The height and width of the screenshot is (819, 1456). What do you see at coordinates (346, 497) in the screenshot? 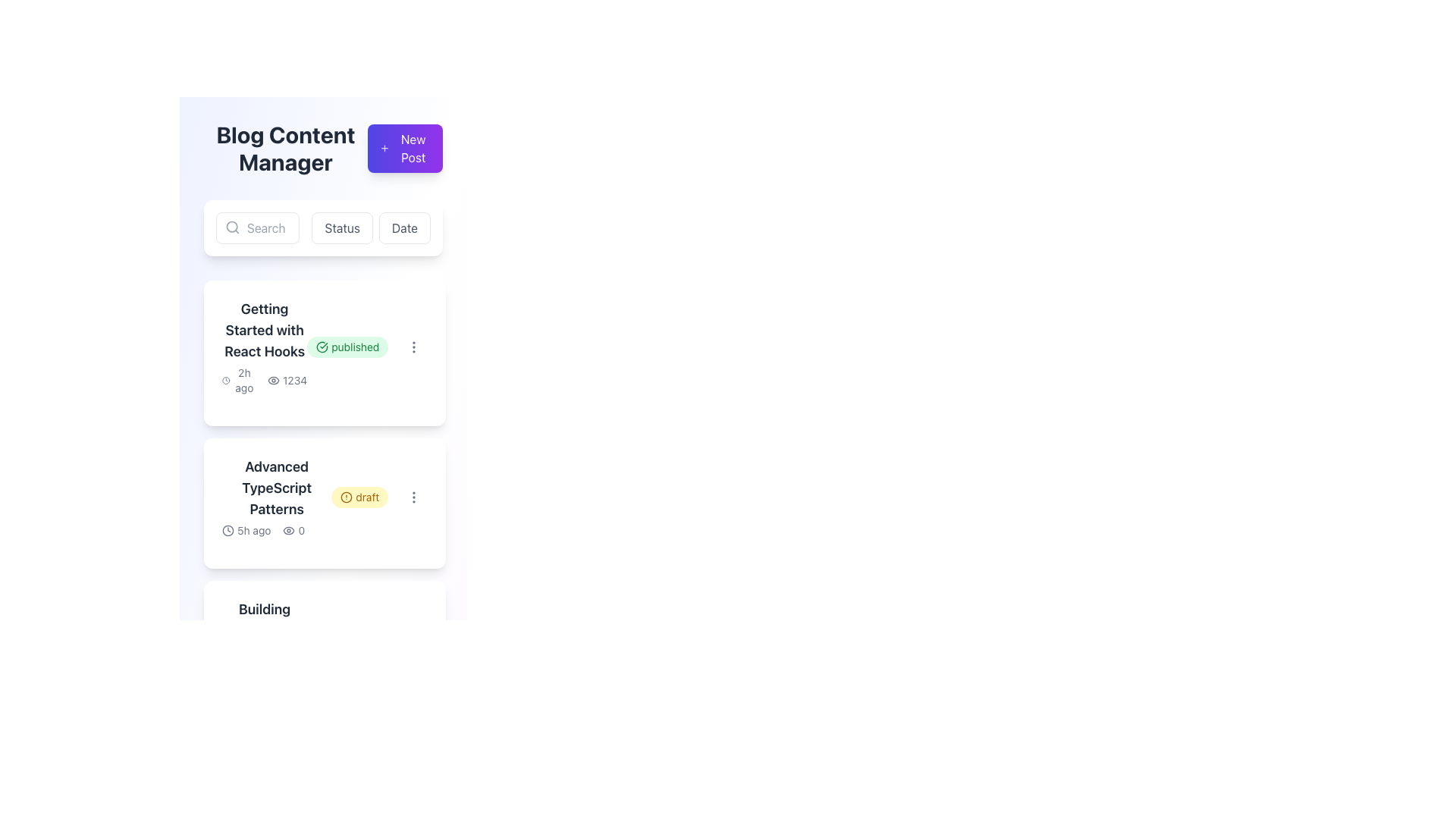
I see `the alert icon indicating the 'draft' status located to the right of the title 'Advanced TypeScript Patterns' in the second item of the vertical list of posts` at bounding box center [346, 497].